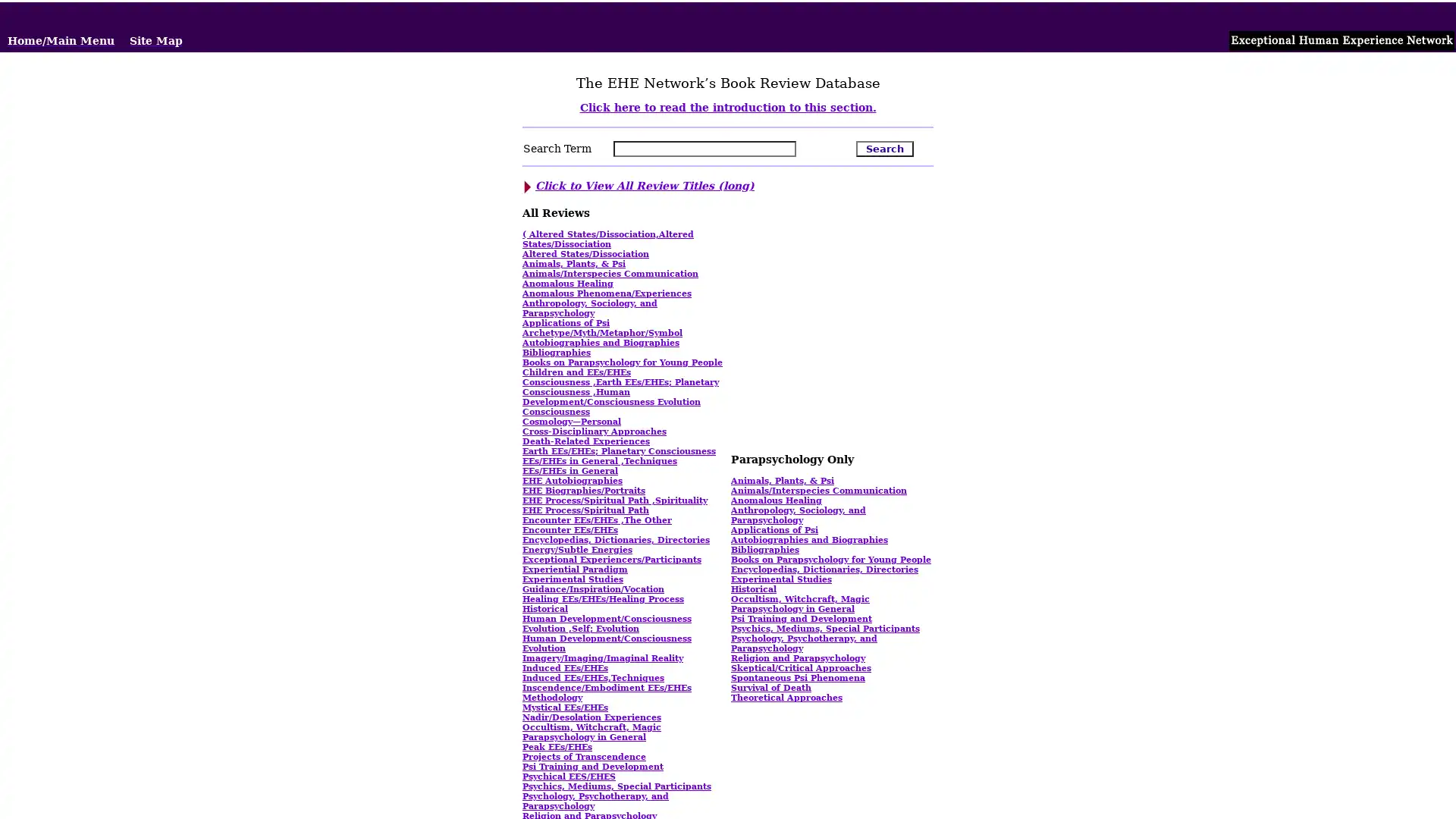  What do you see at coordinates (884, 148) in the screenshot?
I see `Search` at bounding box center [884, 148].